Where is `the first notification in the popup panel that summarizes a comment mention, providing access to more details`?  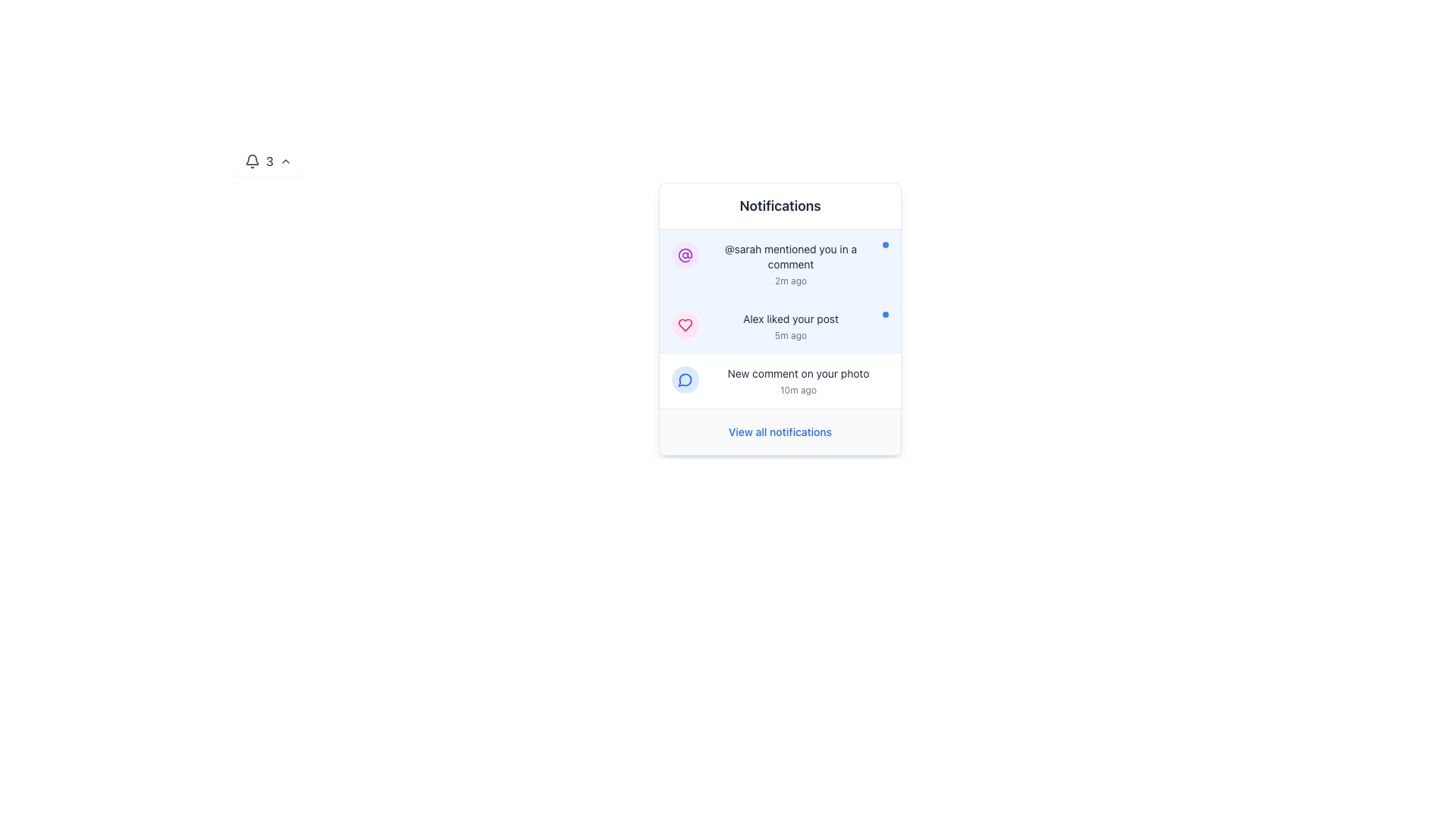
the first notification in the popup panel that summarizes a comment mention, providing access to more details is located at coordinates (780, 263).